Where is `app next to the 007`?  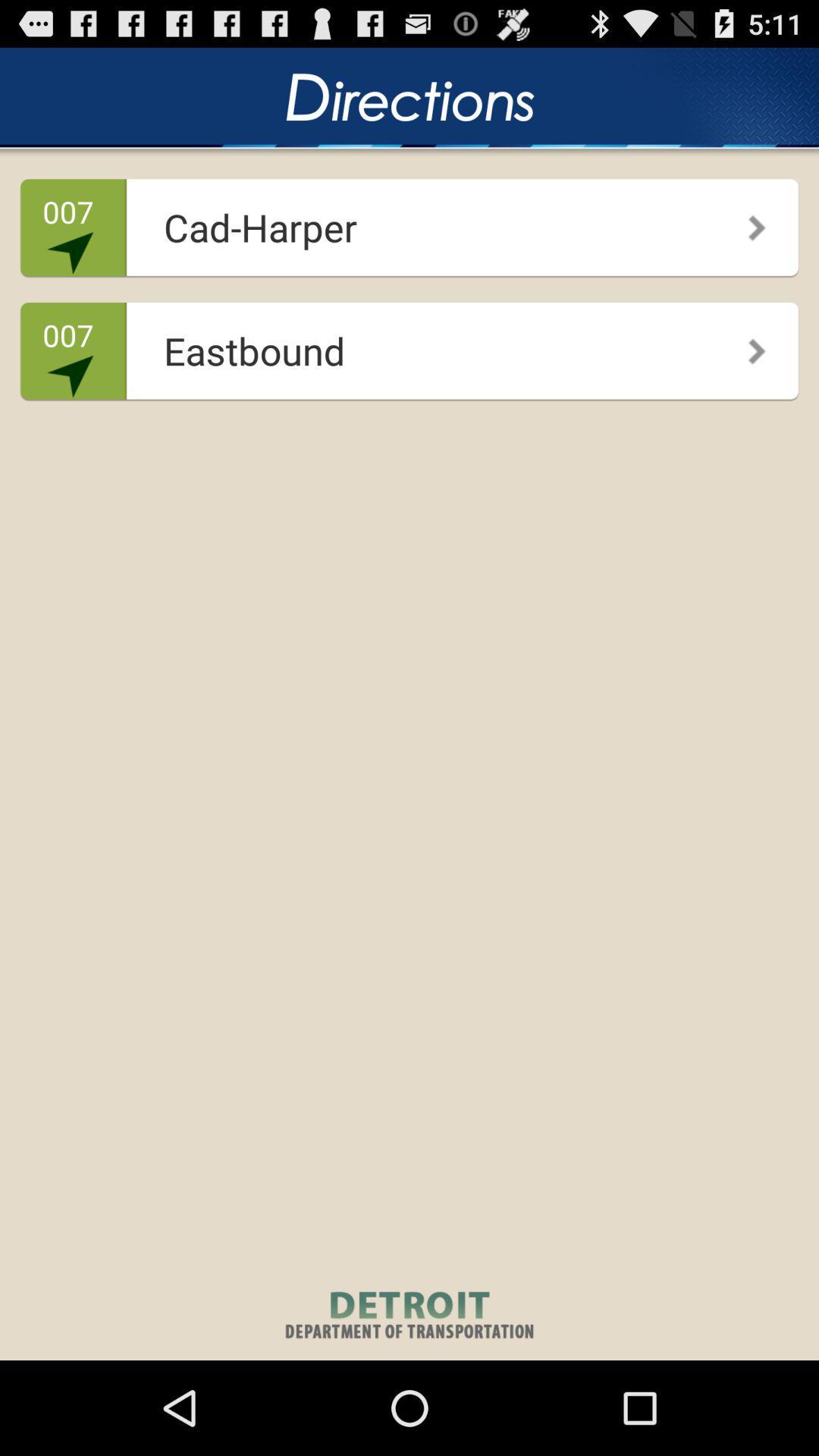
app next to the 007 is located at coordinates (404, 345).